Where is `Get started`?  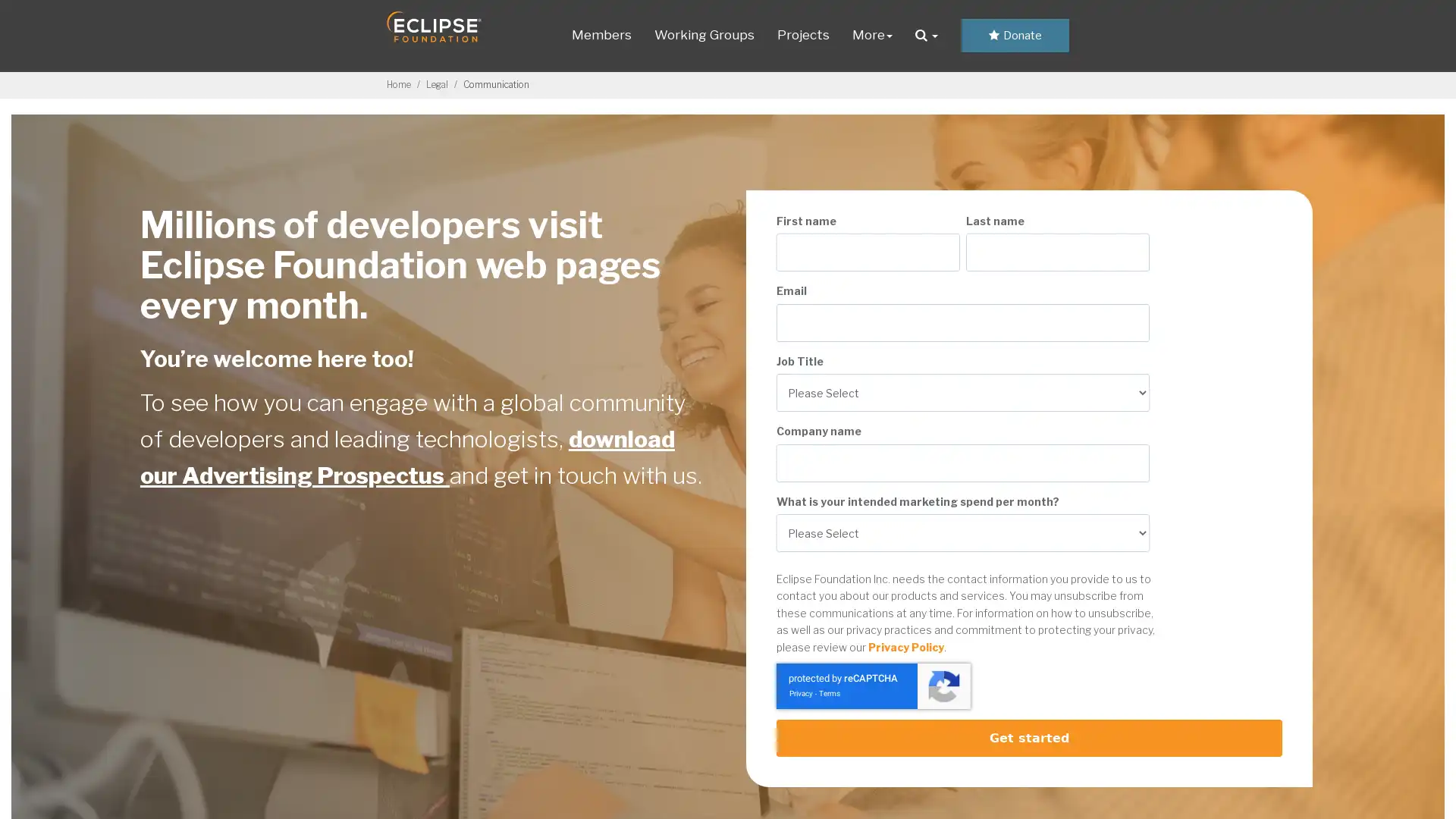
Get started is located at coordinates (1029, 736).